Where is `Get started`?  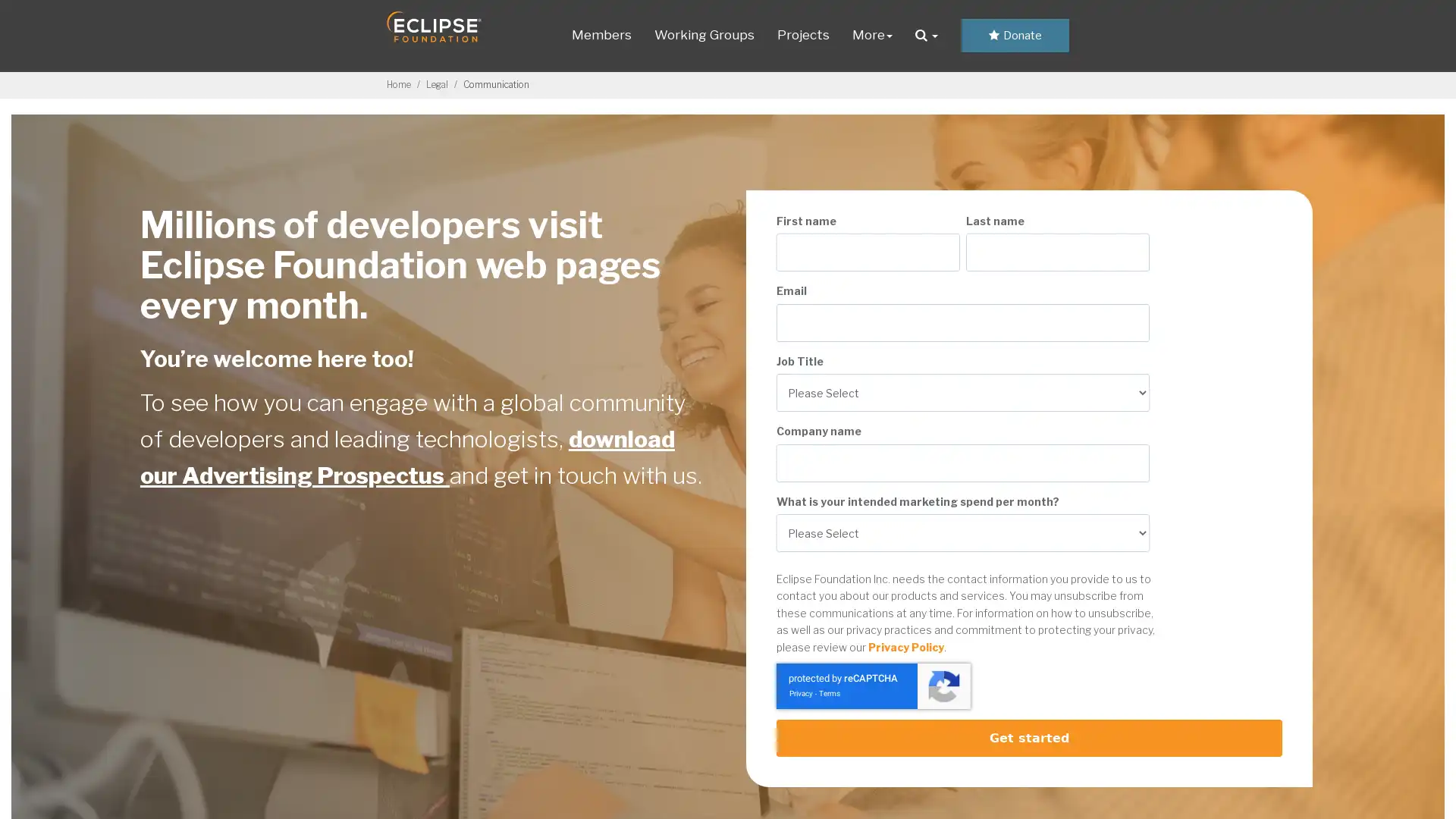
Get started is located at coordinates (1029, 736).